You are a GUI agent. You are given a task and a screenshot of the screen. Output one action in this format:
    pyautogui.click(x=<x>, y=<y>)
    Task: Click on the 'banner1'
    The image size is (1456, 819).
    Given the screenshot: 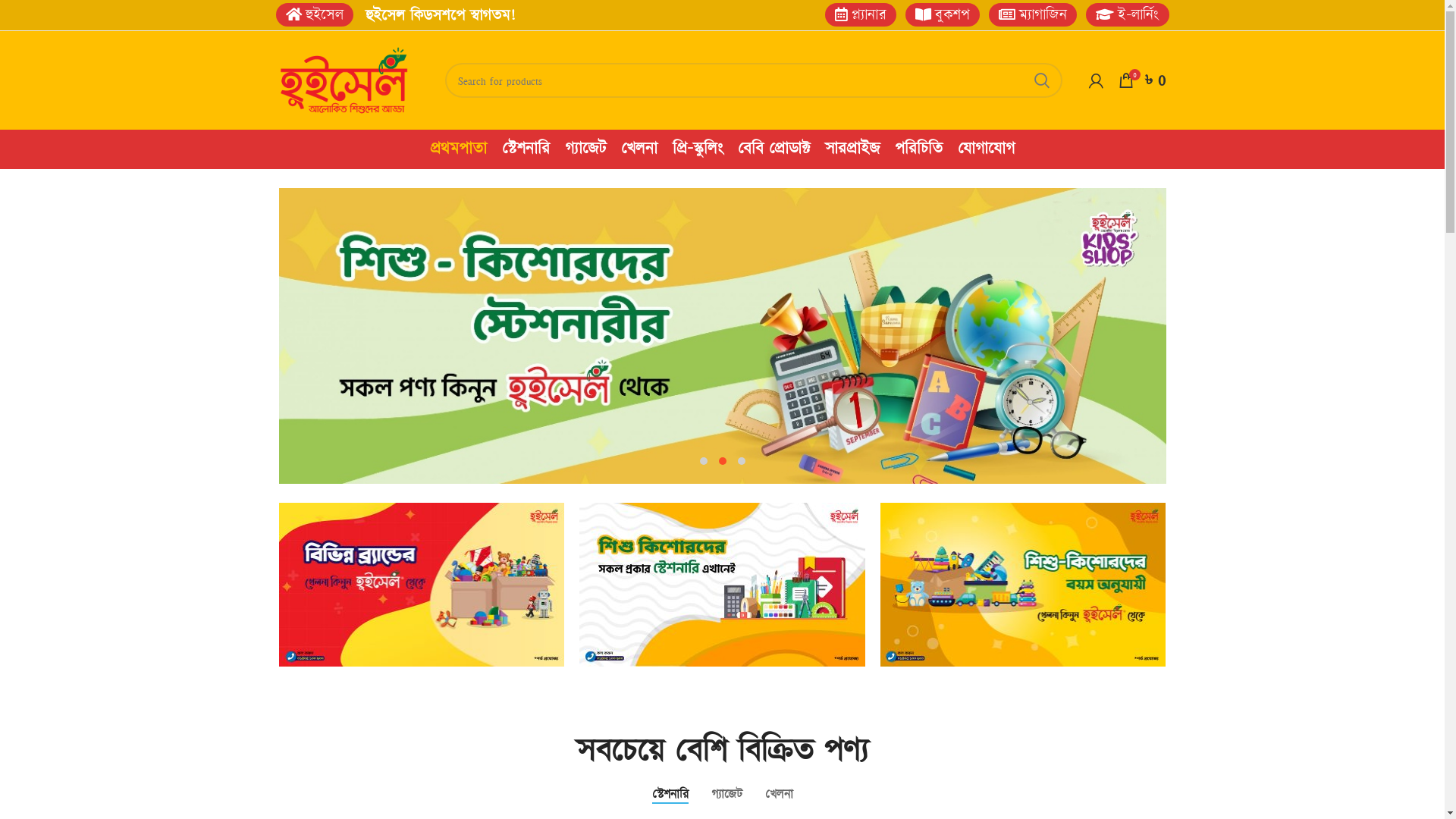 What is the action you would take?
    pyautogui.click(x=422, y=584)
    